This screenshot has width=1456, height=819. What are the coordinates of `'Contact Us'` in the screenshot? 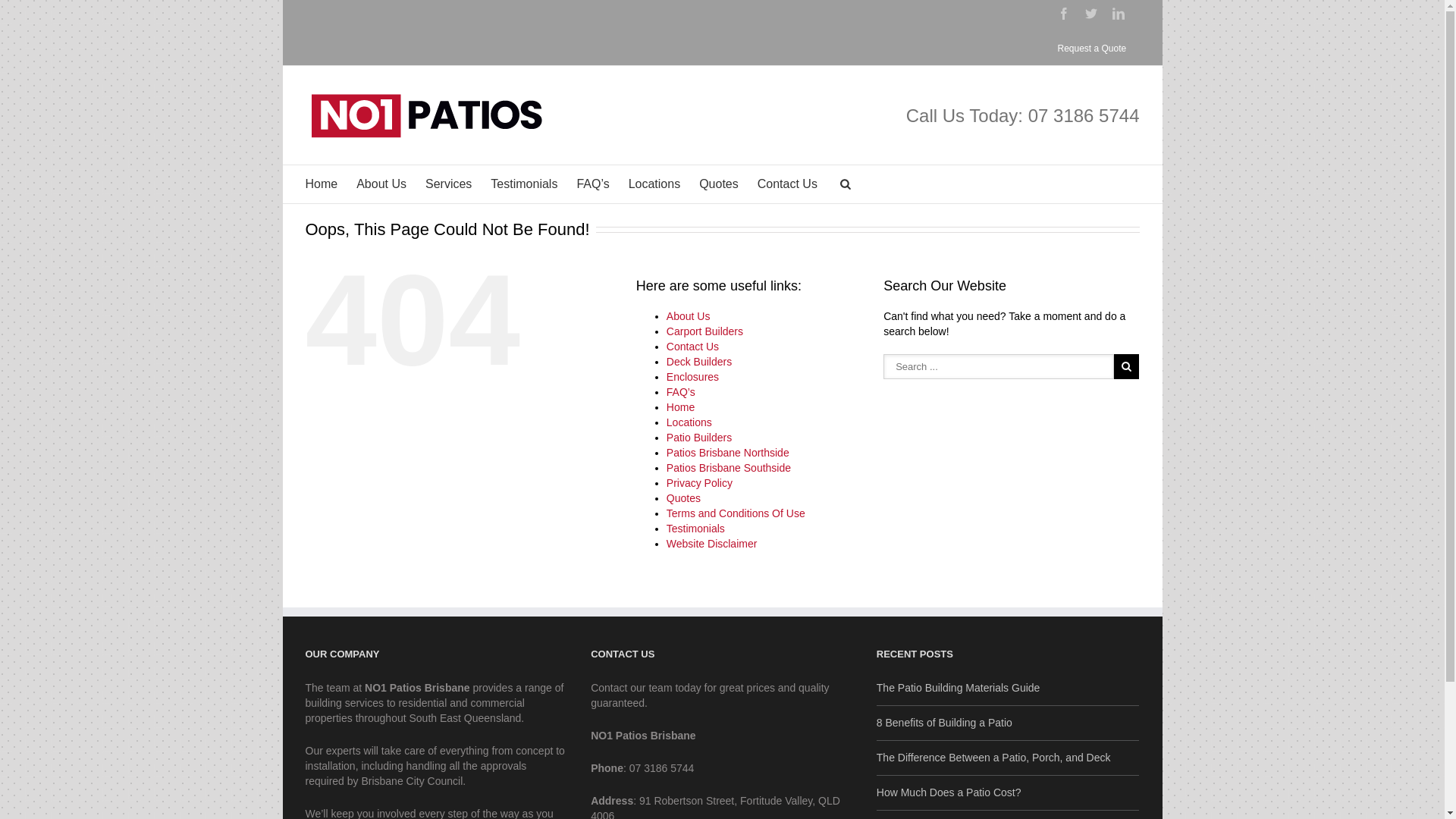 It's located at (692, 346).